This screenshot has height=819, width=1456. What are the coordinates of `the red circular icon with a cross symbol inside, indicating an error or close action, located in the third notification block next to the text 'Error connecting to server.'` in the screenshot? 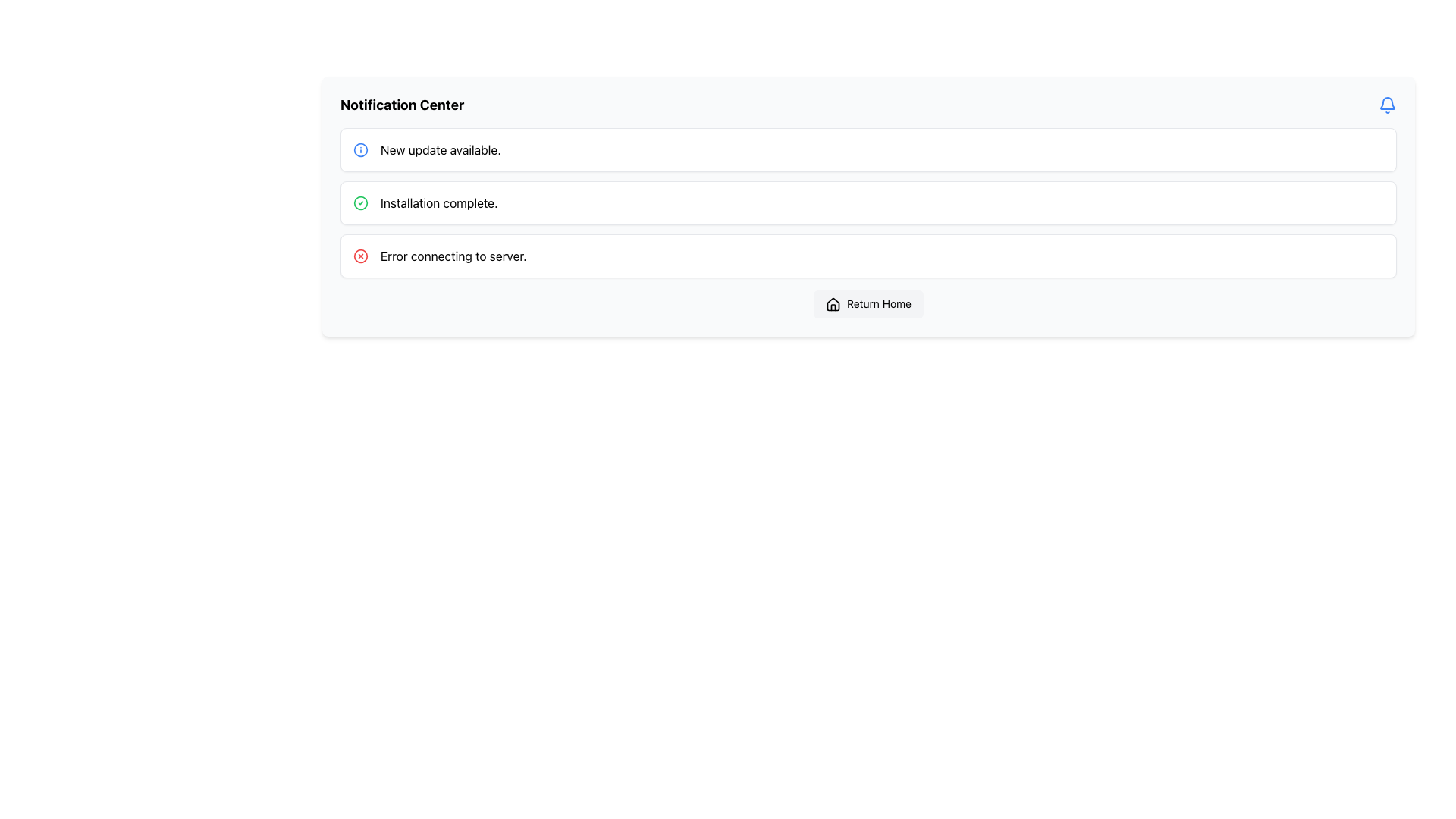 It's located at (359, 256).